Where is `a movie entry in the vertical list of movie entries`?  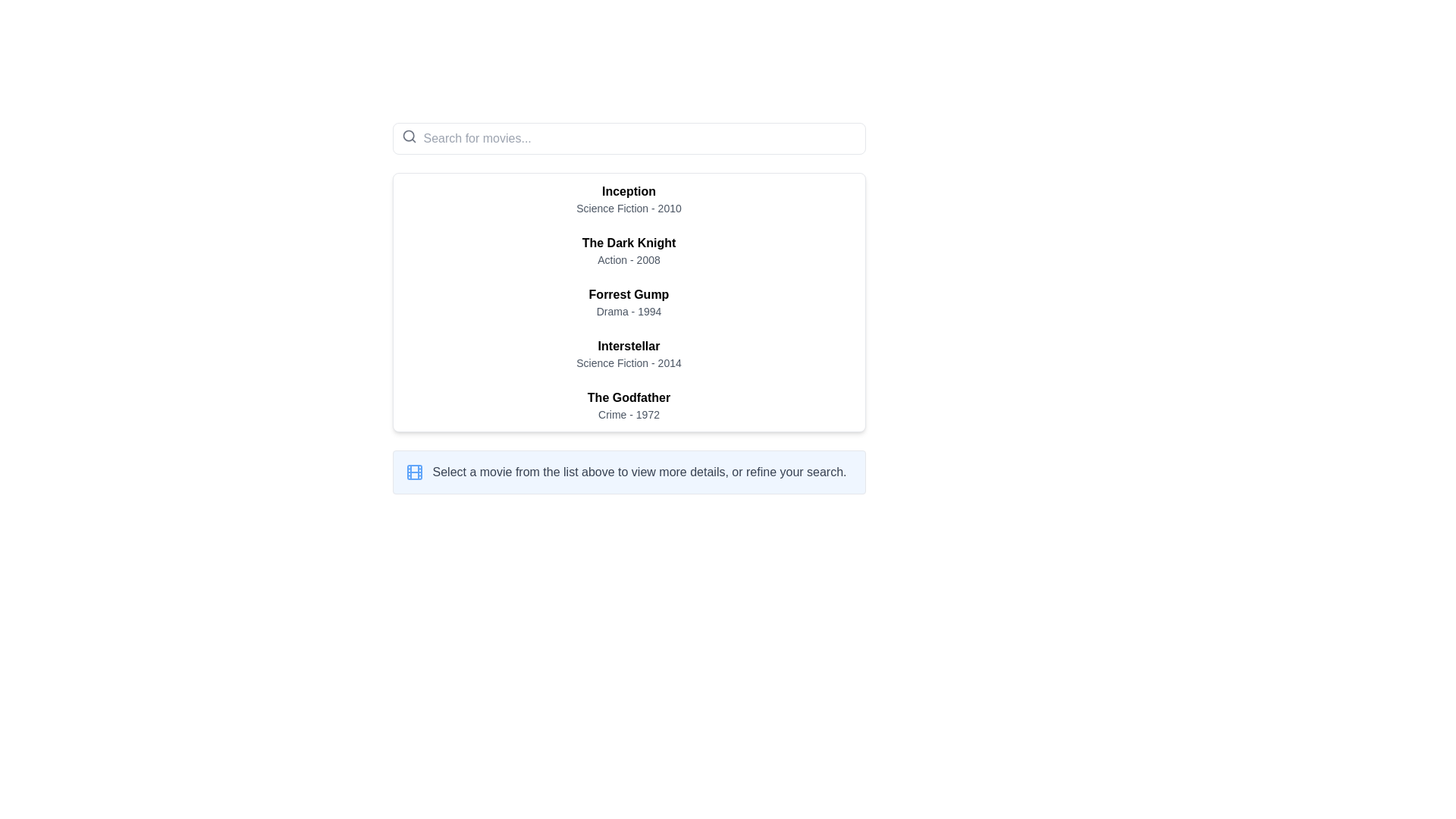
a movie entry in the vertical list of movie entries is located at coordinates (629, 308).